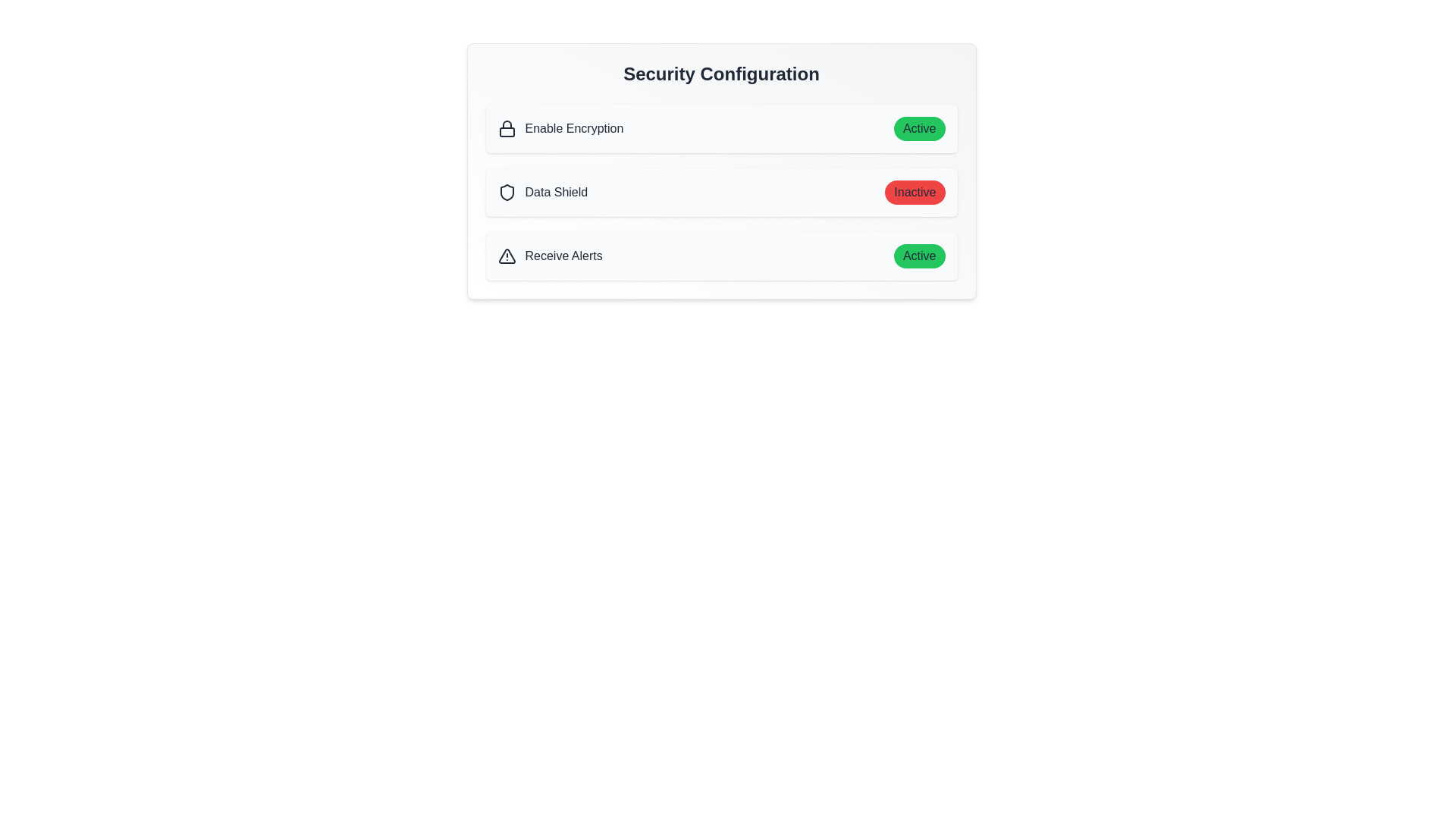 The image size is (1456, 819). Describe the element at coordinates (507, 192) in the screenshot. I see `the 'Data Shield' icon located to the left of the 'Data Shield' label in the second row of the list within the 'Security Configuration' module, which symbolizes security or protection` at that location.